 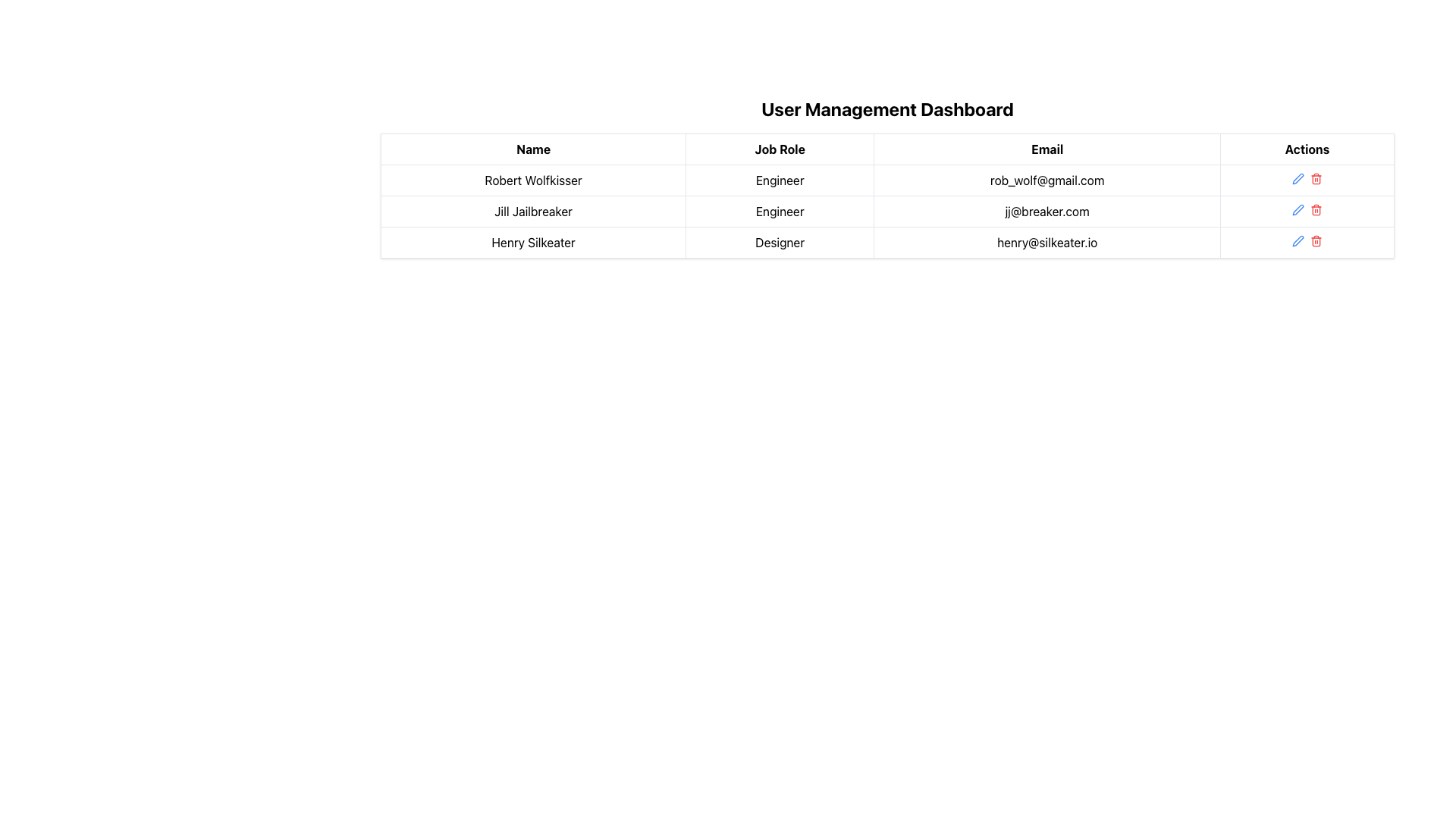 What do you see at coordinates (533, 211) in the screenshot?
I see `the static text element displaying the name 'Jill Jailbreaker' in the User Management Dashboard` at bounding box center [533, 211].